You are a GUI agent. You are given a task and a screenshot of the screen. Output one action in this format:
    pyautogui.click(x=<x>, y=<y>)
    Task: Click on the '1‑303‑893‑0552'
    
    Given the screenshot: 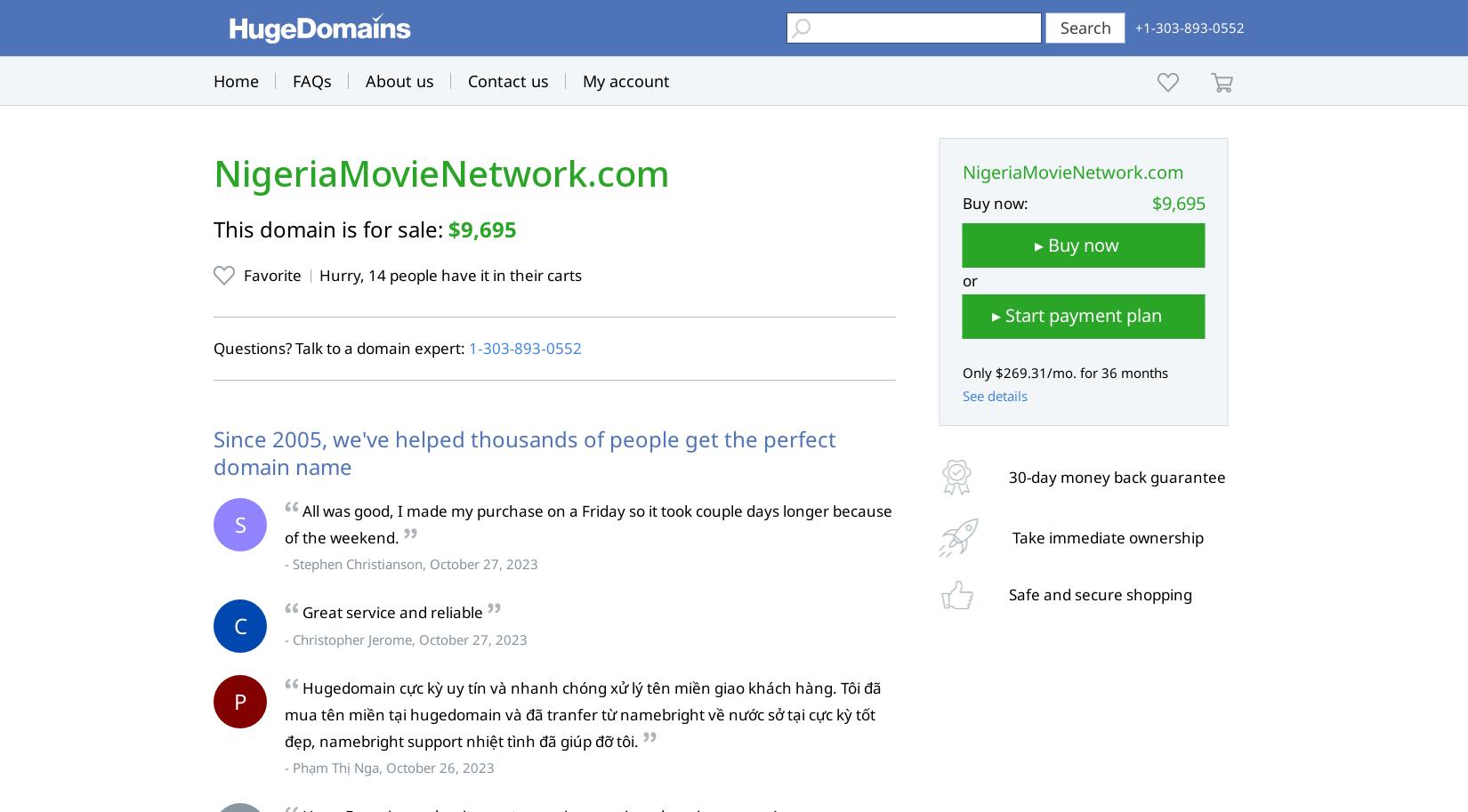 What is the action you would take?
    pyautogui.click(x=524, y=346)
    